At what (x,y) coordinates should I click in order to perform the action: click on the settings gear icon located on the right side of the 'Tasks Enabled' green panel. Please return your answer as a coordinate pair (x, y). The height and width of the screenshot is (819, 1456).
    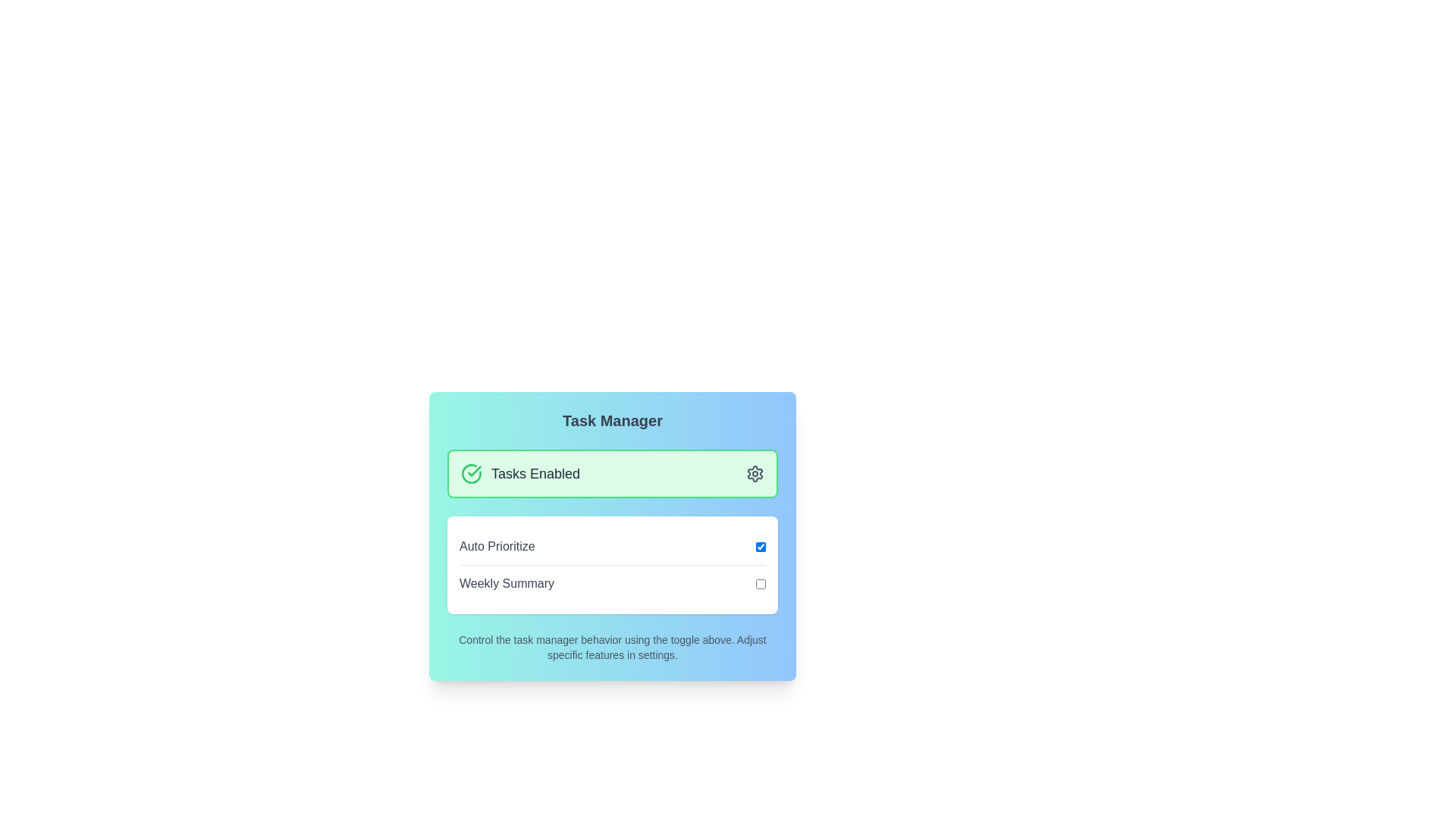
    Looking at the image, I should click on (755, 472).